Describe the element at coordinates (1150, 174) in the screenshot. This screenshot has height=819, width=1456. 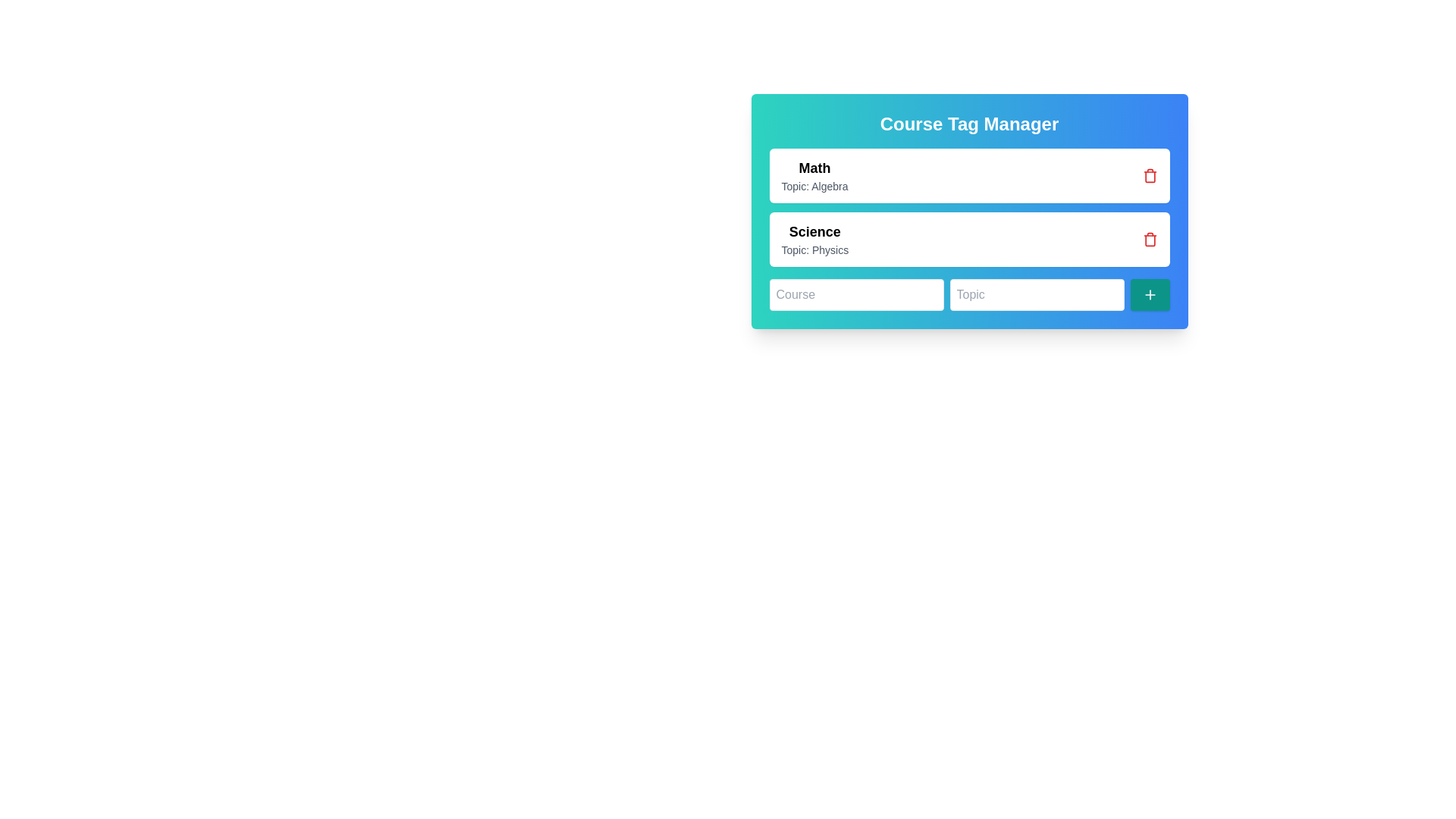
I see `the red trash bin icon button located at the top-right corner of the 'Math Topic: Algebra' panel` at that location.